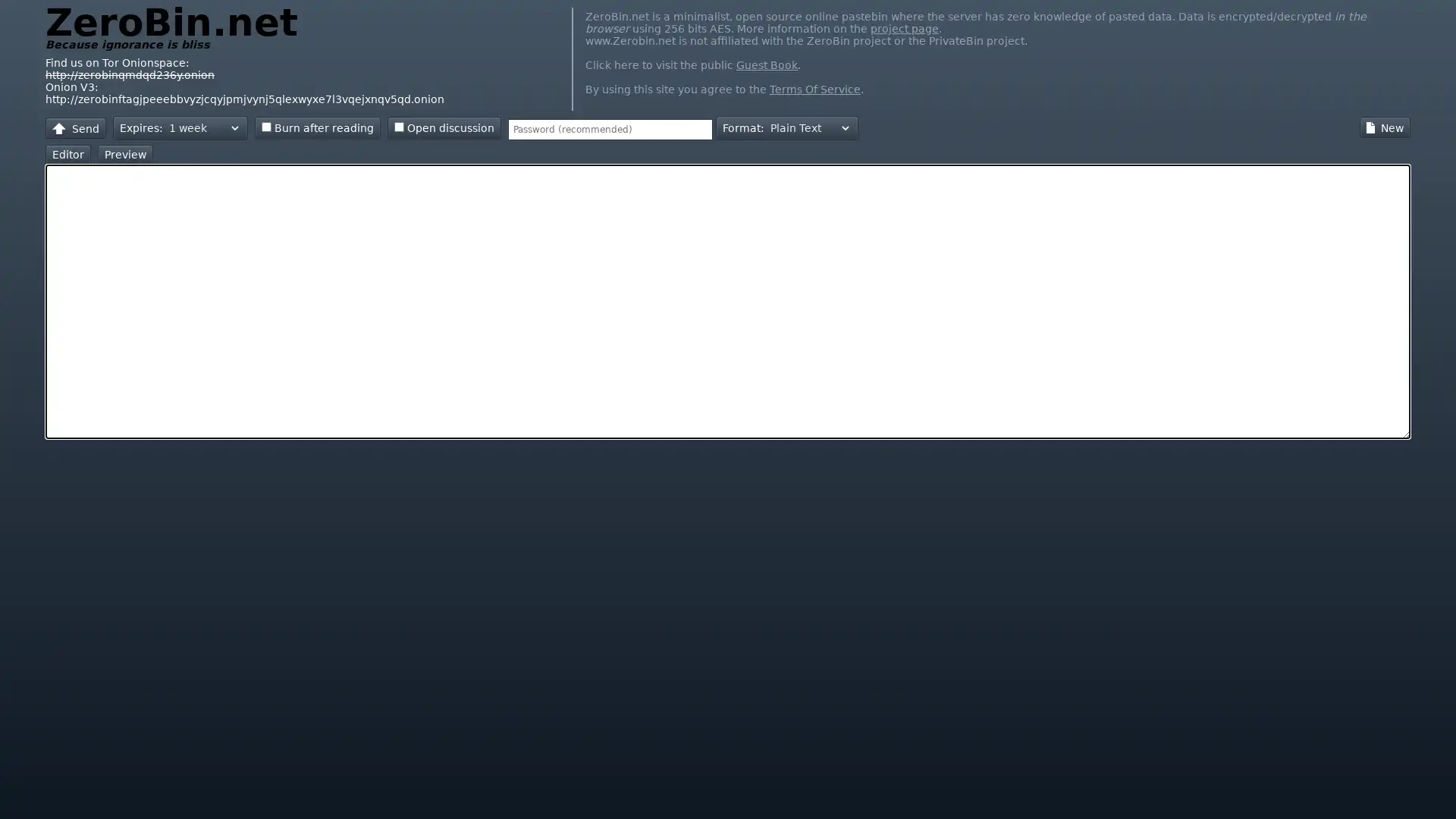  What do you see at coordinates (67, 155) in the screenshot?
I see `Editor` at bounding box center [67, 155].